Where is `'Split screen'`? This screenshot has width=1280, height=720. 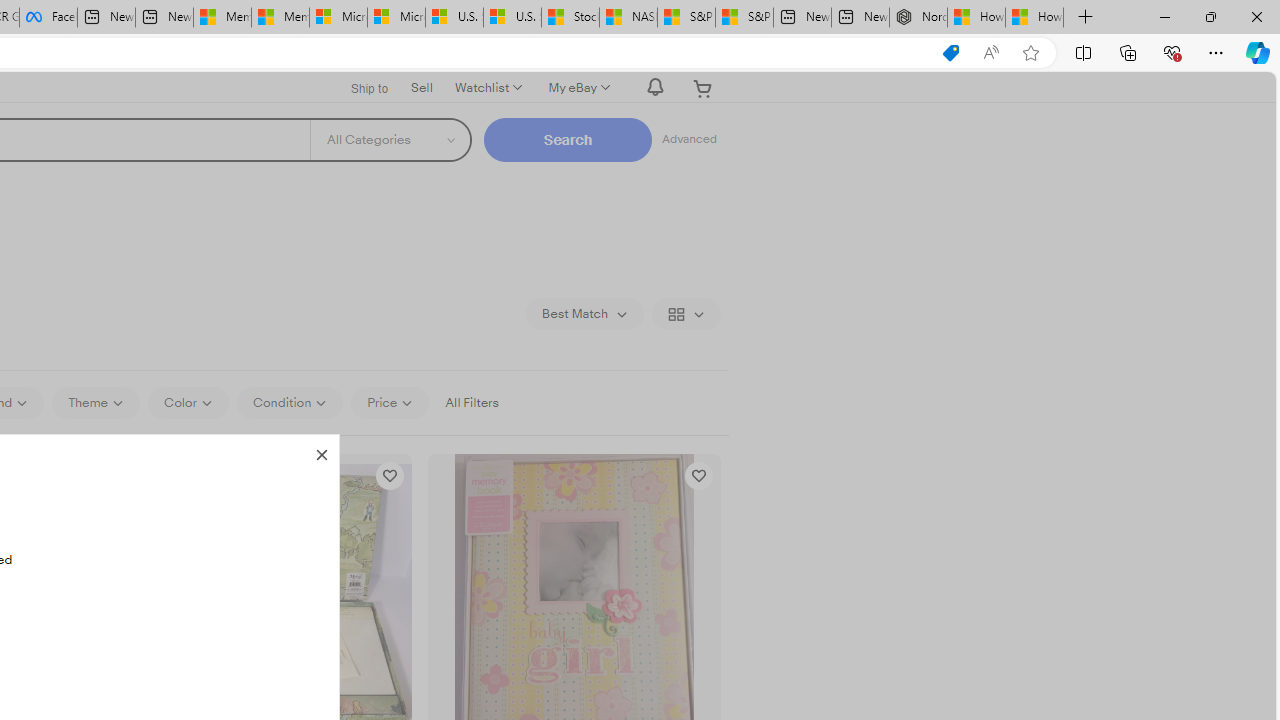
'Split screen' is located at coordinates (1082, 51).